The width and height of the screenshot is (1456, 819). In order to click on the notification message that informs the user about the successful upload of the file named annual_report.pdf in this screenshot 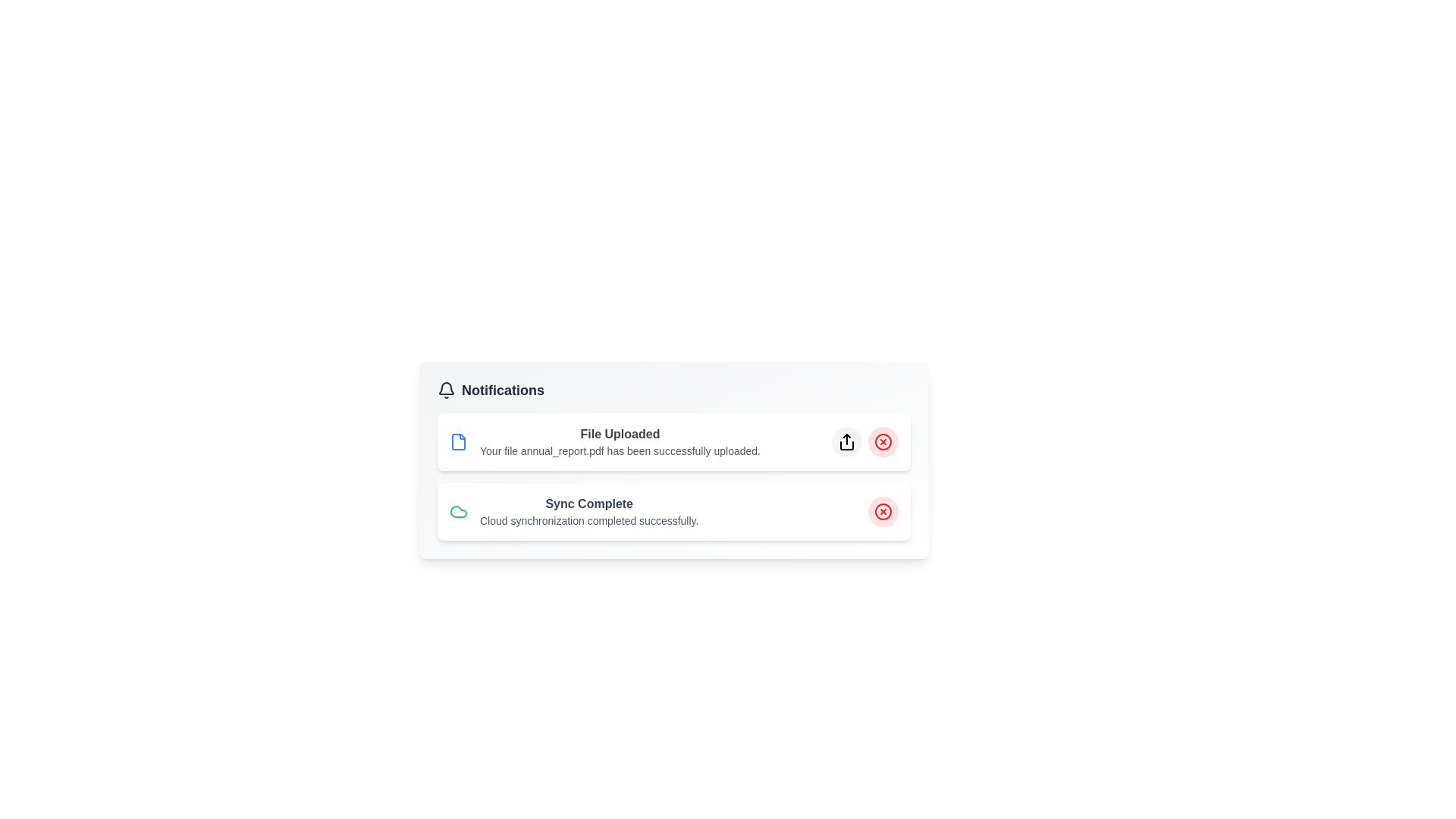, I will do `click(620, 441)`.